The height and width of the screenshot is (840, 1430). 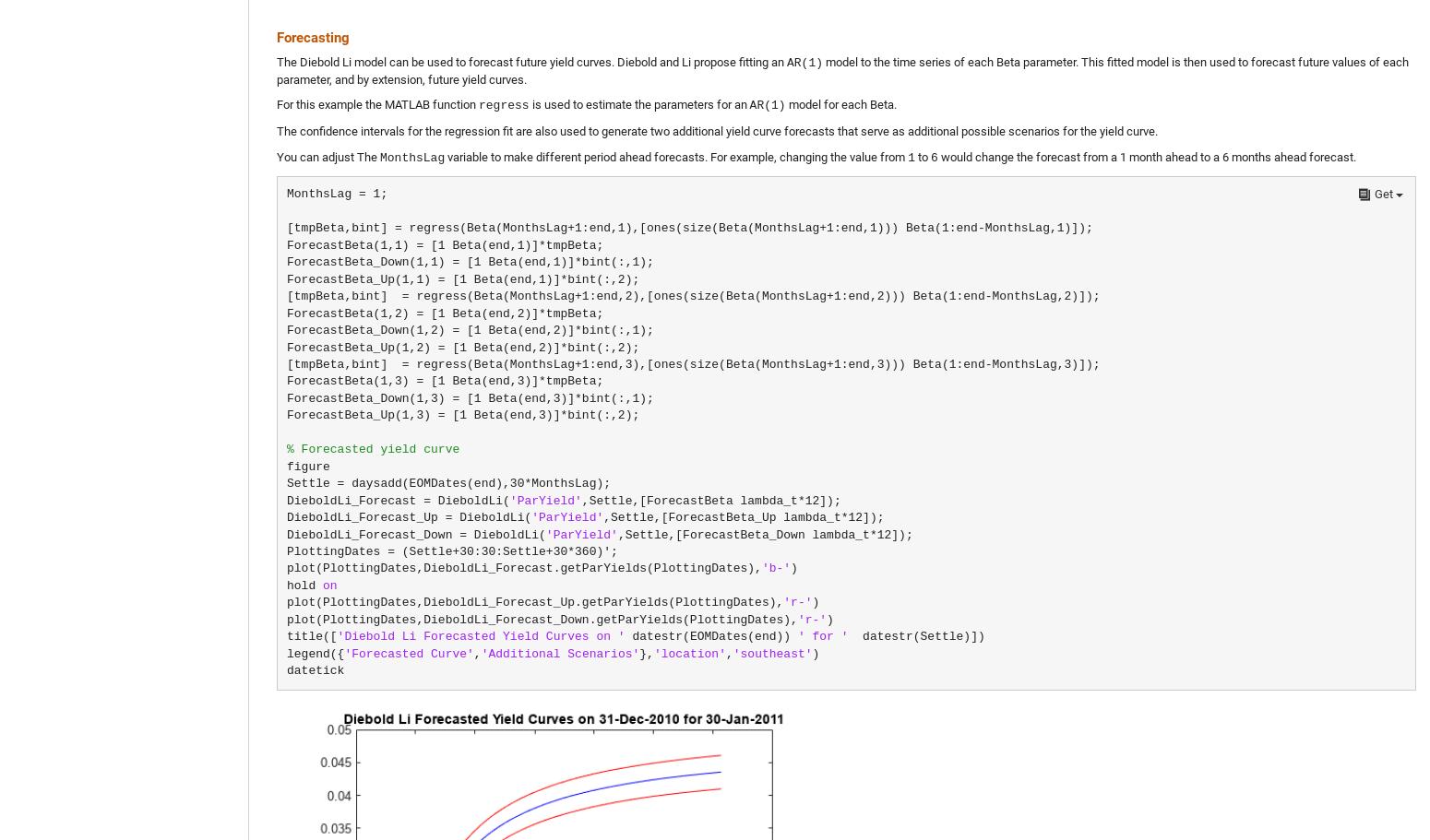 I want to click on 'Forecasting', so click(x=312, y=35).